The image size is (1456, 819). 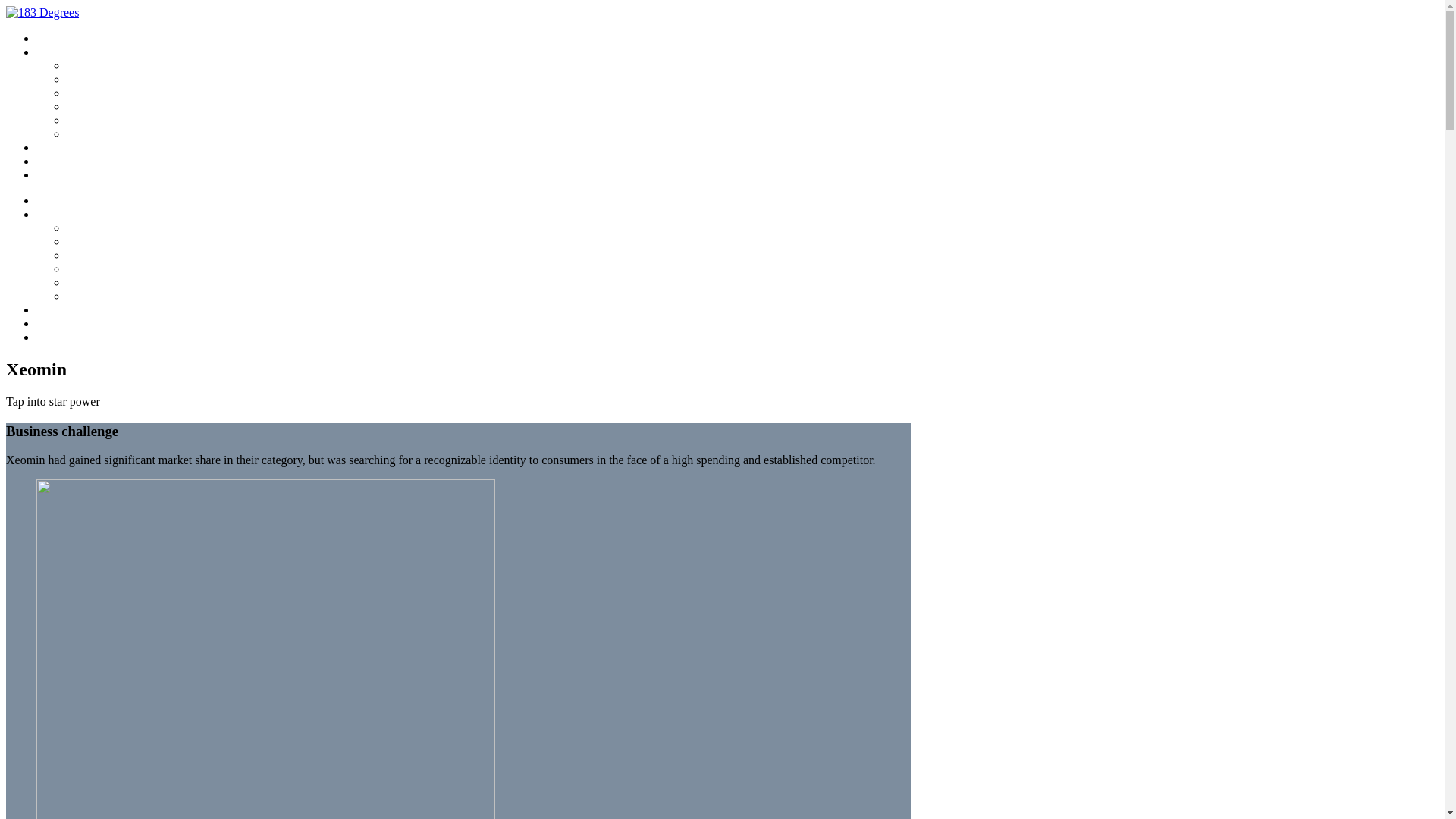 What do you see at coordinates (103, 254) in the screenshot?
I see `'Clear + Brilliant'` at bounding box center [103, 254].